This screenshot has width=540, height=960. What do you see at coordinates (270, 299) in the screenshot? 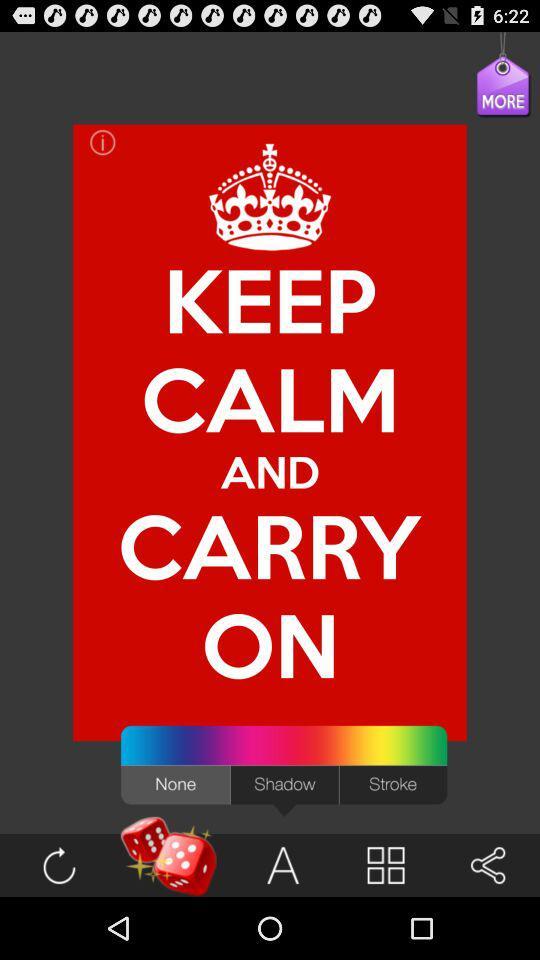
I see `item above and item` at bounding box center [270, 299].